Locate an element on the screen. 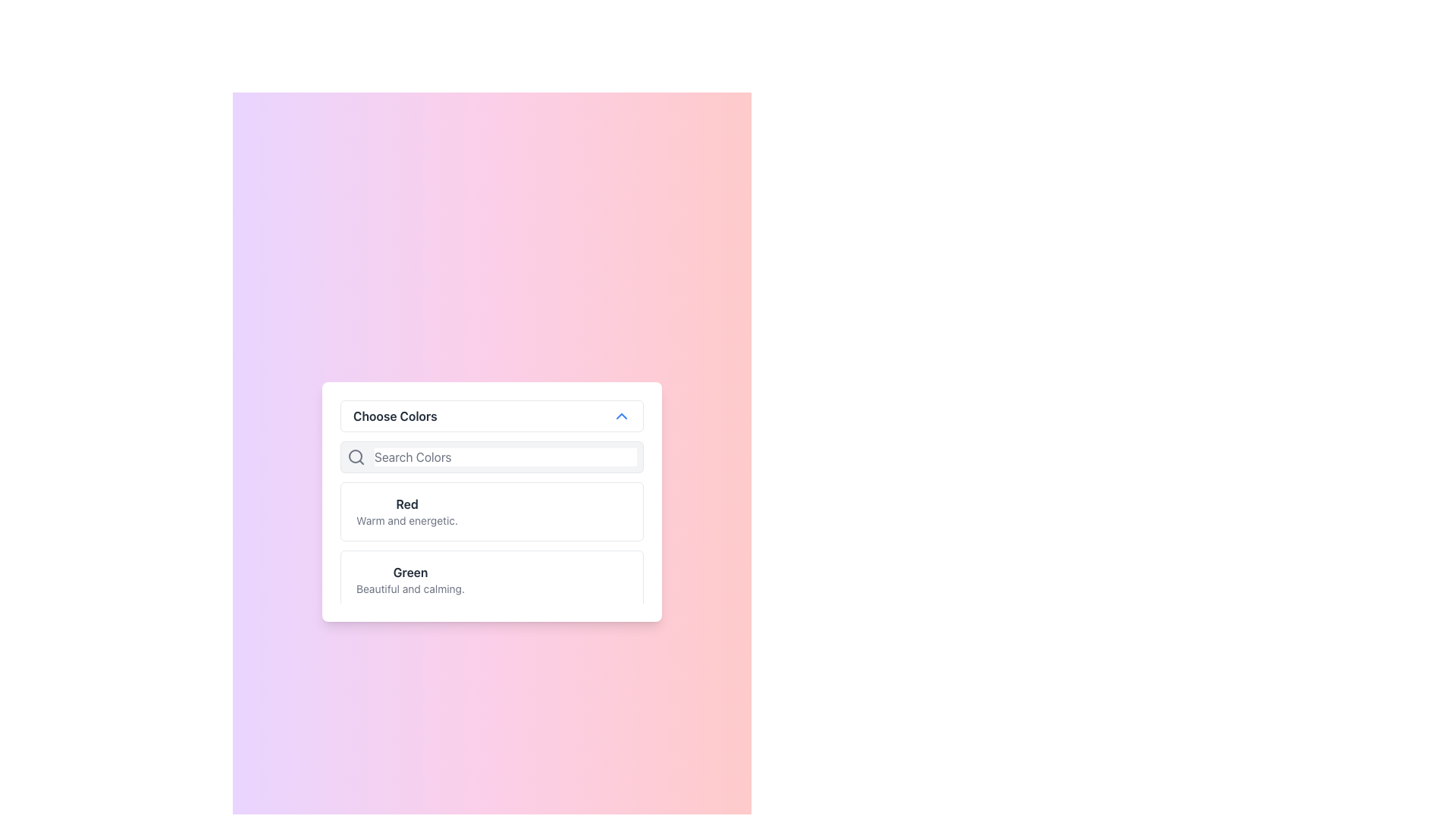 The image size is (1456, 819). the first selectable color option in the list, which is displayed below the 'Choose Colors' title and above the search bar is located at coordinates (491, 502).